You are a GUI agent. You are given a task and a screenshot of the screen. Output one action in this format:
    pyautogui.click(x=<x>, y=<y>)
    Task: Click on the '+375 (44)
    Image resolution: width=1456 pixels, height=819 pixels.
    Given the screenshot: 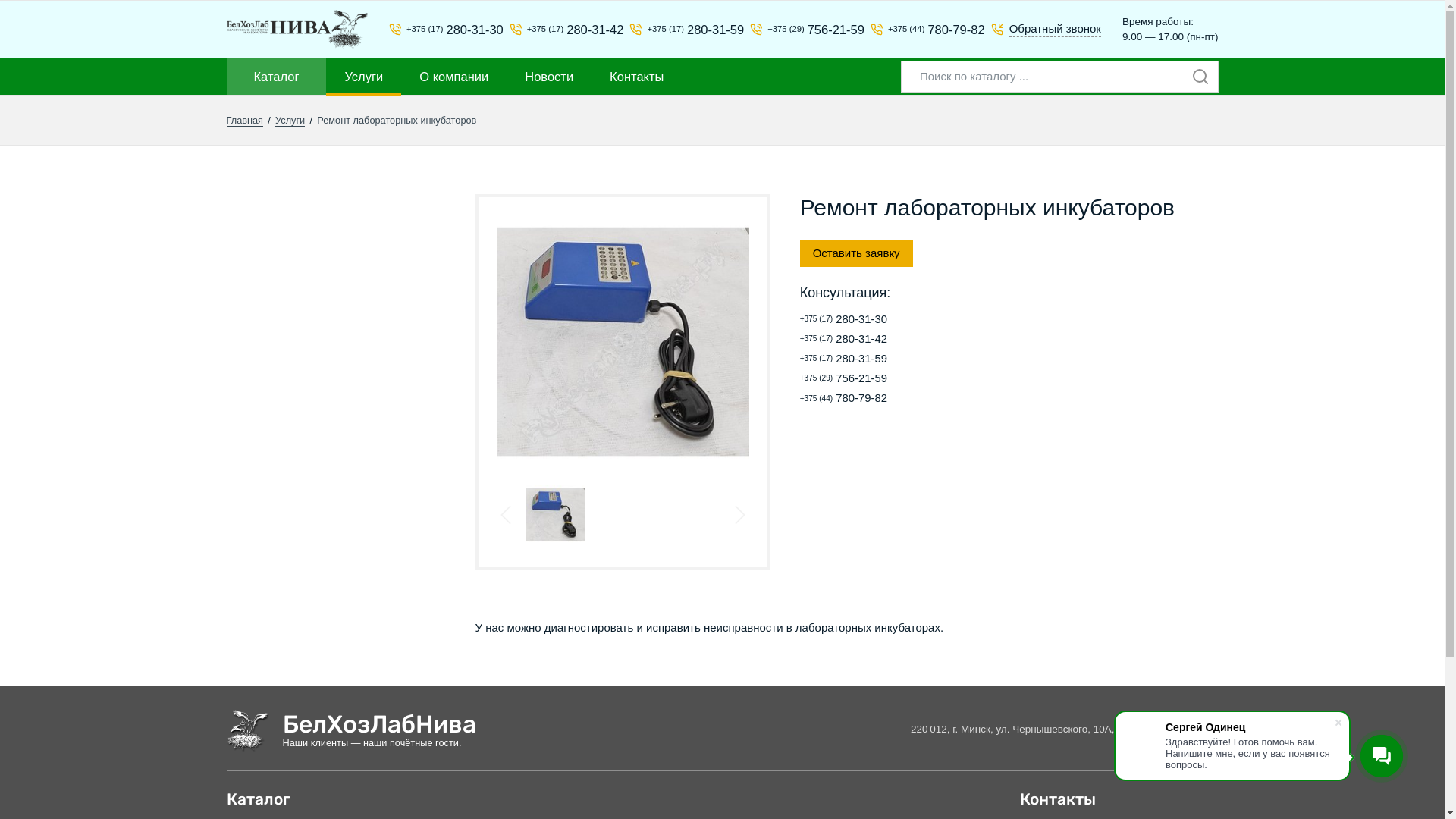 What is the action you would take?
    pyautogui.click(x=799, y=397)
    